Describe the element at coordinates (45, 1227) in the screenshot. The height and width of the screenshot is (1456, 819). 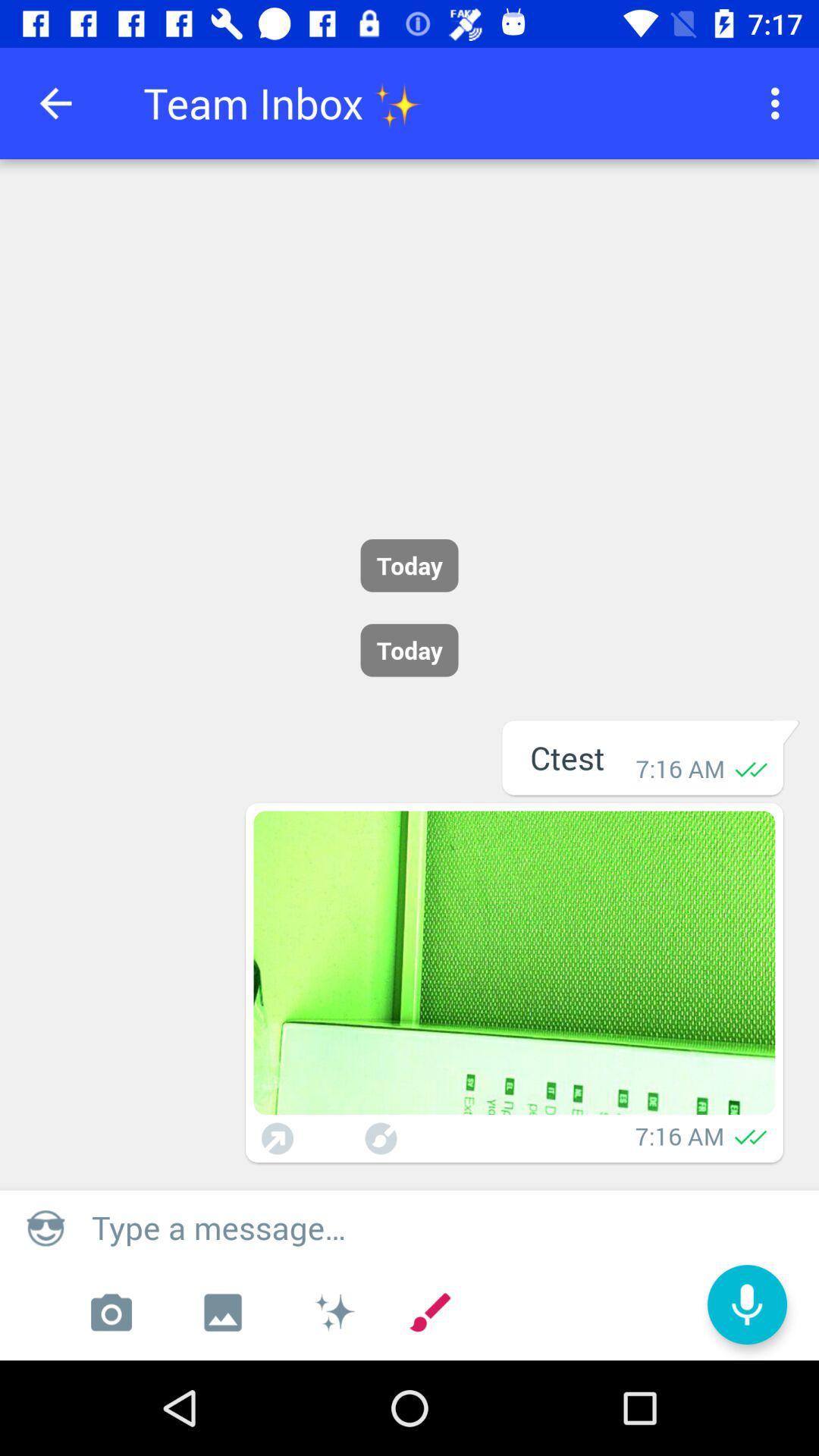
I see `the emoji icon` at that location.